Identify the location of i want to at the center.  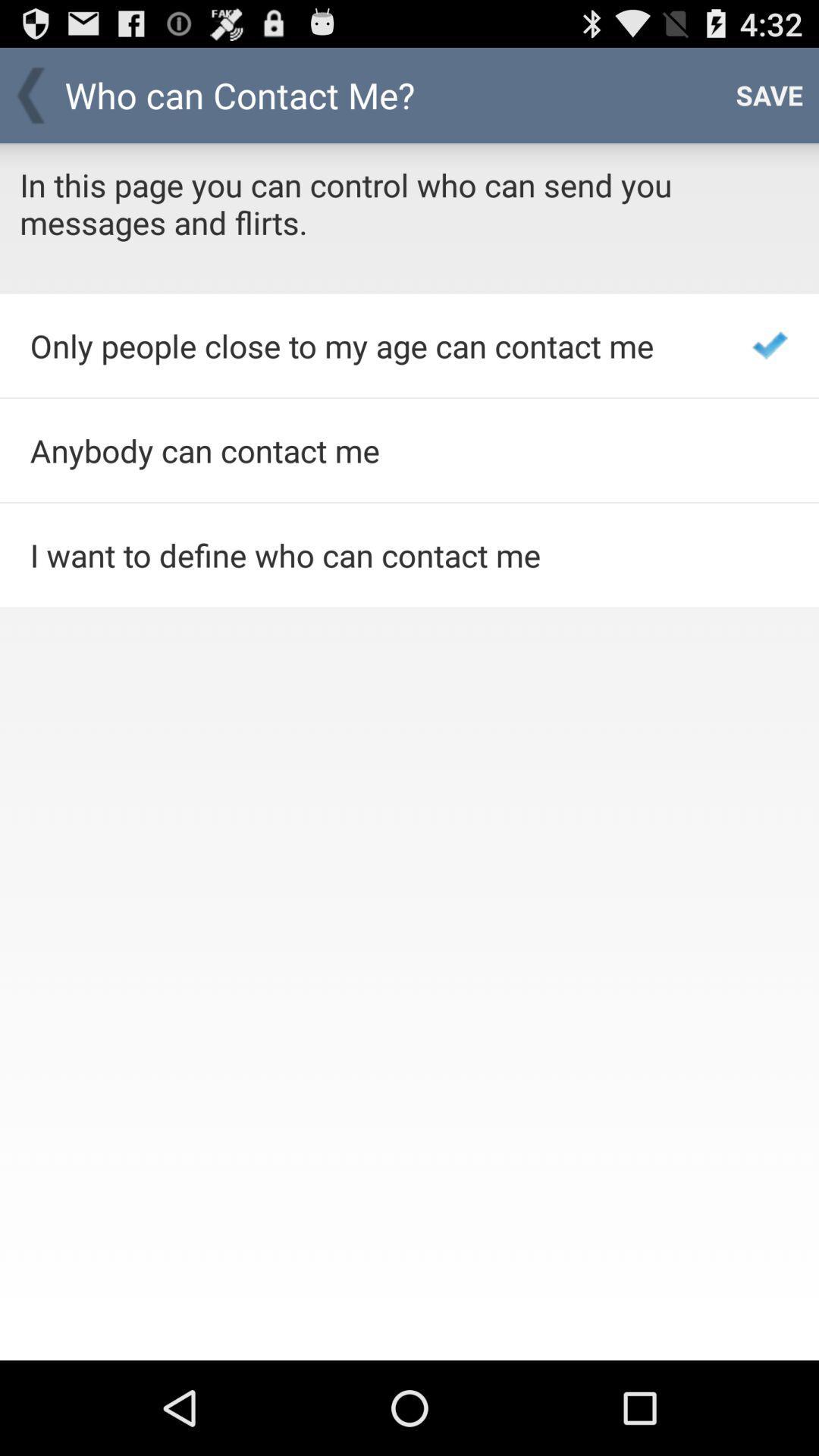
(371, 554).